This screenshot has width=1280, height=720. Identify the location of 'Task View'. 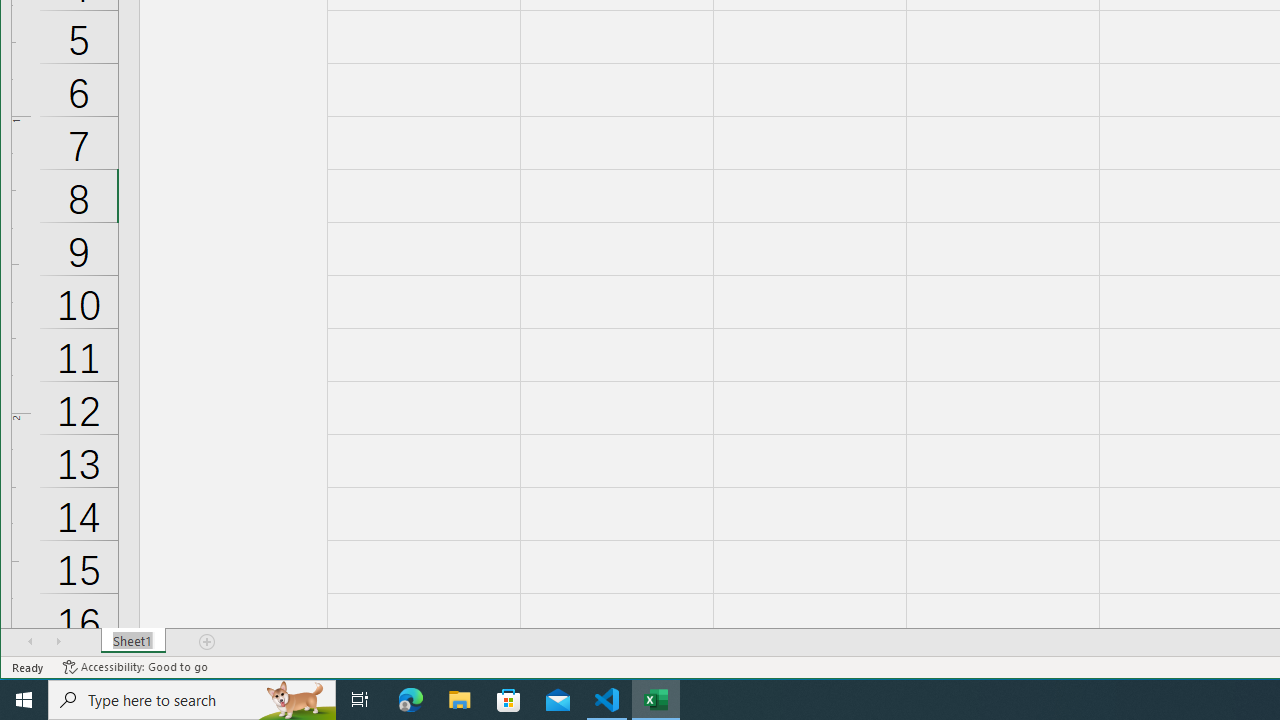
(359, 698).